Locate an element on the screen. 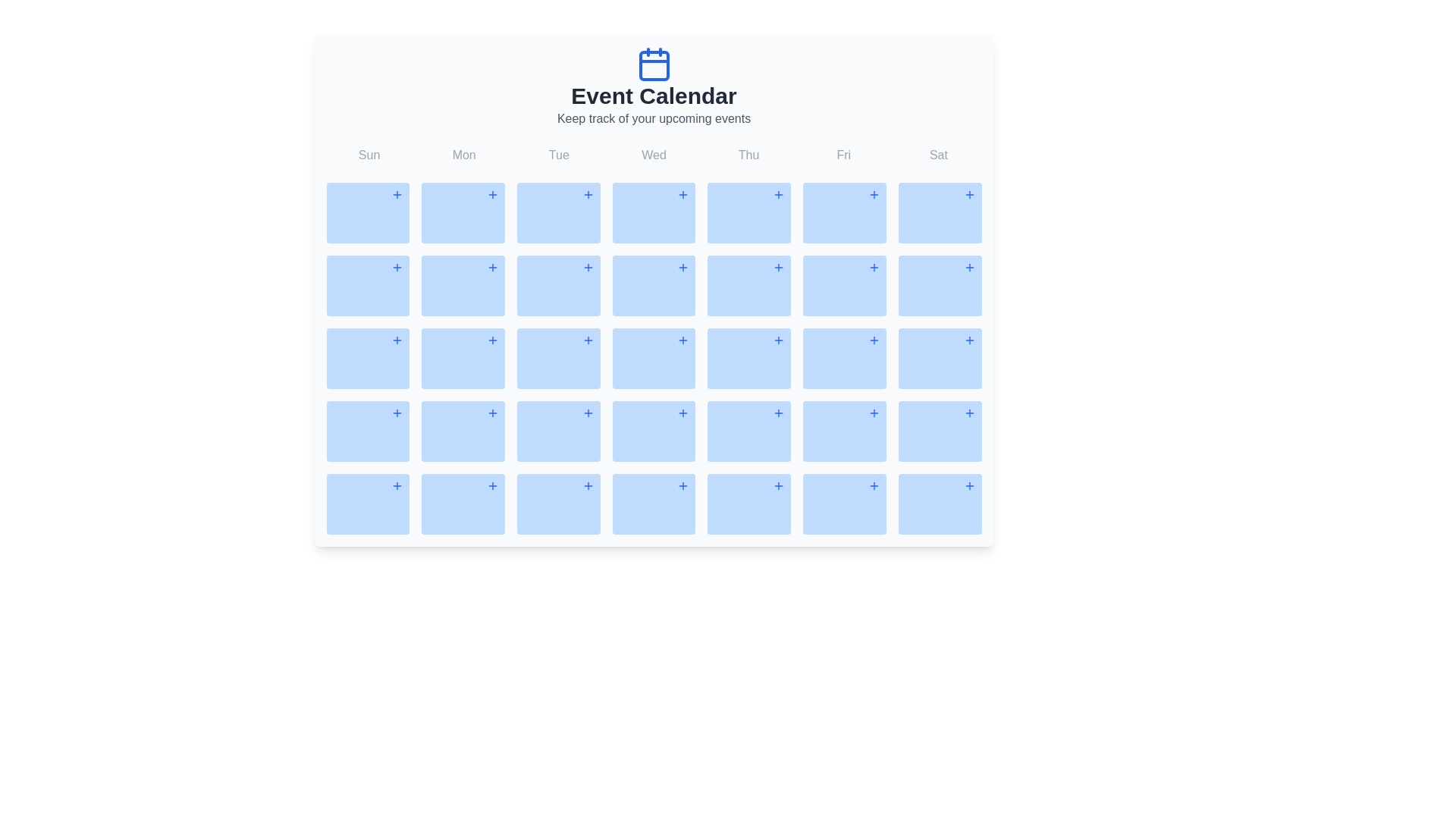 The width and height of the screenshot is (1456, 819). the '+' button located in the top-right corner of the light blue rectangle in the grid layout to initiate an action is located at coordinates (682, 485).